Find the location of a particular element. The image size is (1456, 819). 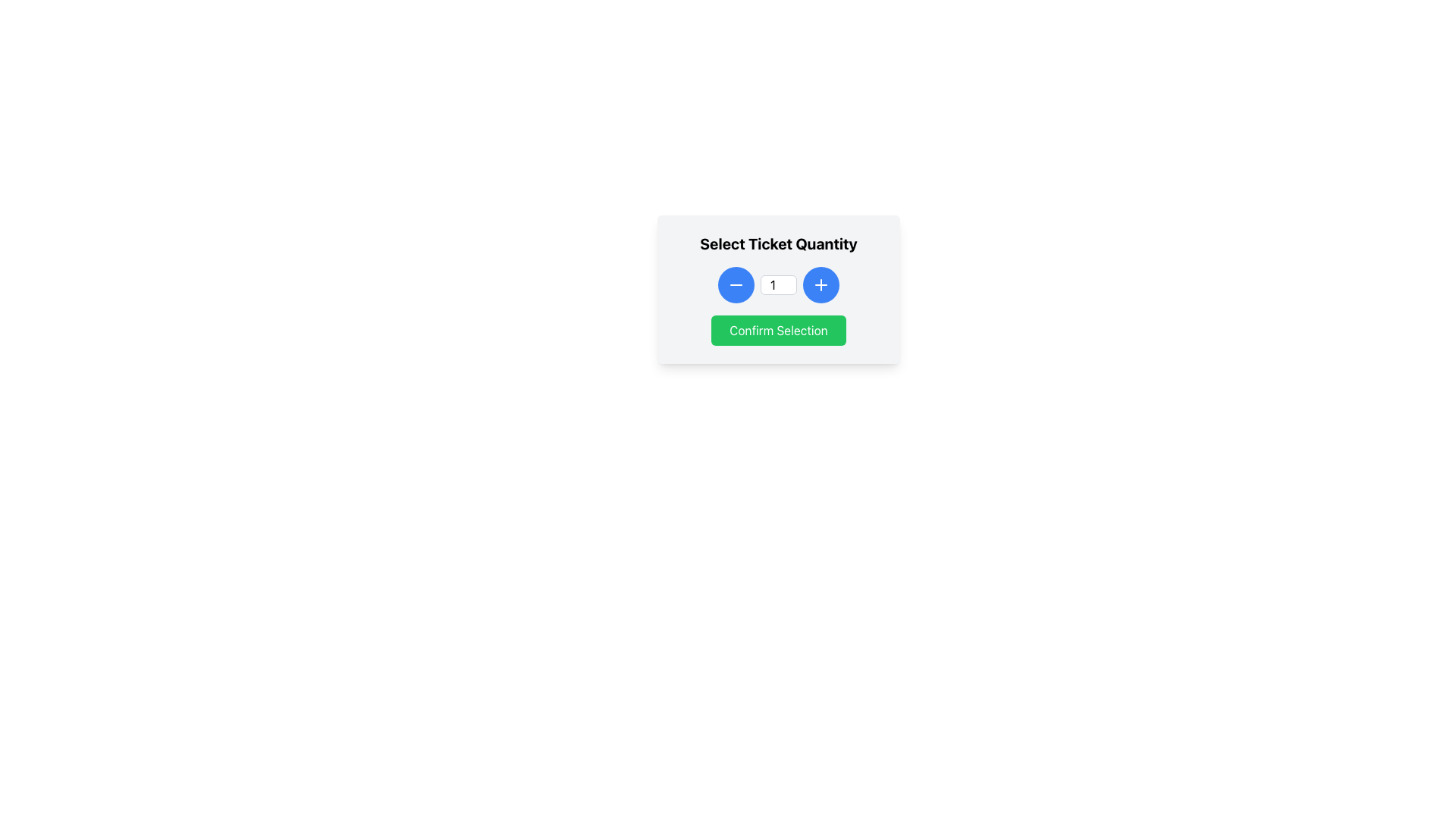

the increment button located on the right side of the ticket quantity selection panel is located at coordinates (821, 284).